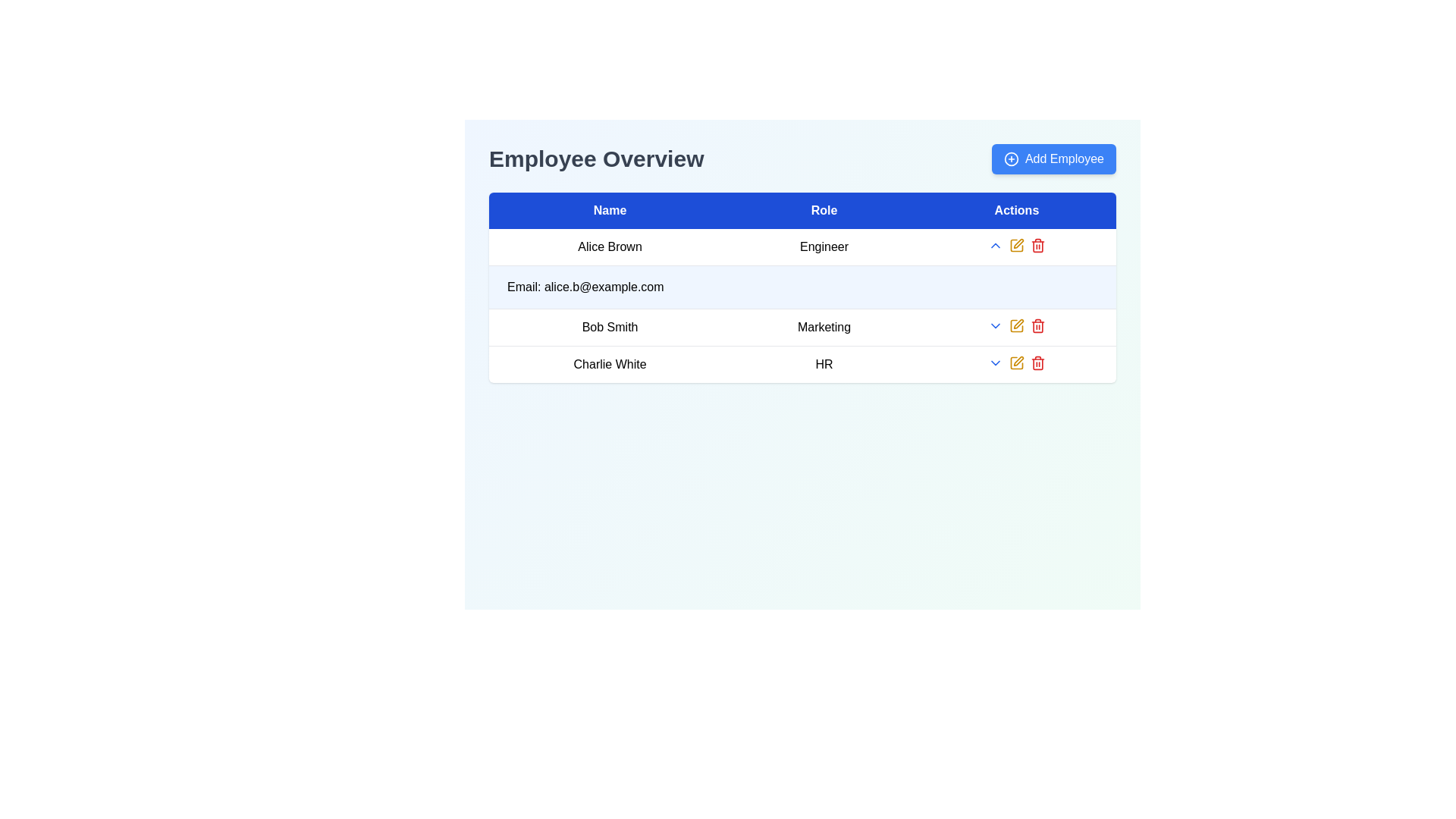  I want to click on the circular icon with a plus sign inside, located within the 'Add Employee' button at the top-right corner of the interface, so click(1012, 158).